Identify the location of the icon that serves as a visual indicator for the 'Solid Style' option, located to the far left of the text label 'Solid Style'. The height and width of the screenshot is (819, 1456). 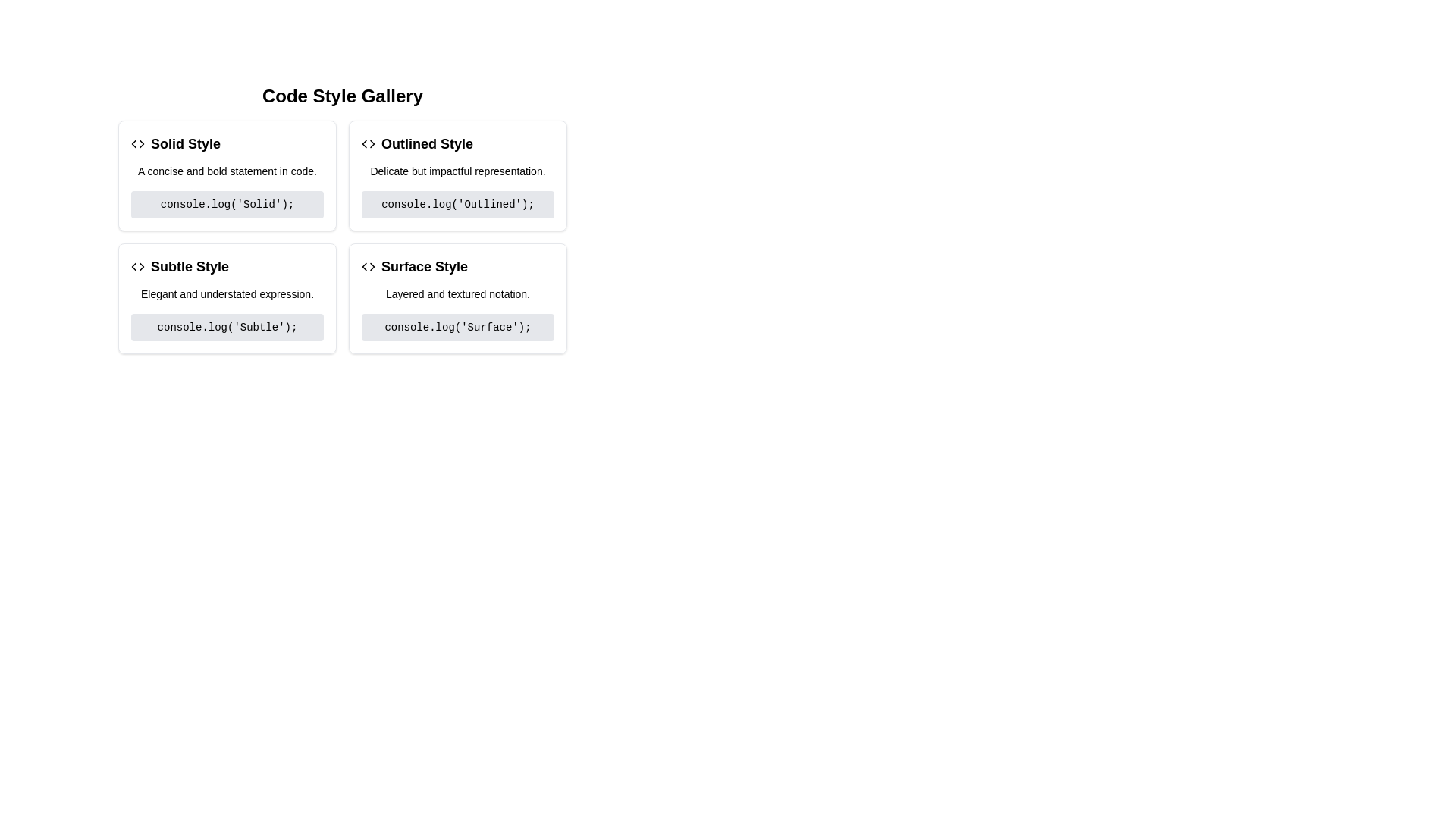
(138, 143).